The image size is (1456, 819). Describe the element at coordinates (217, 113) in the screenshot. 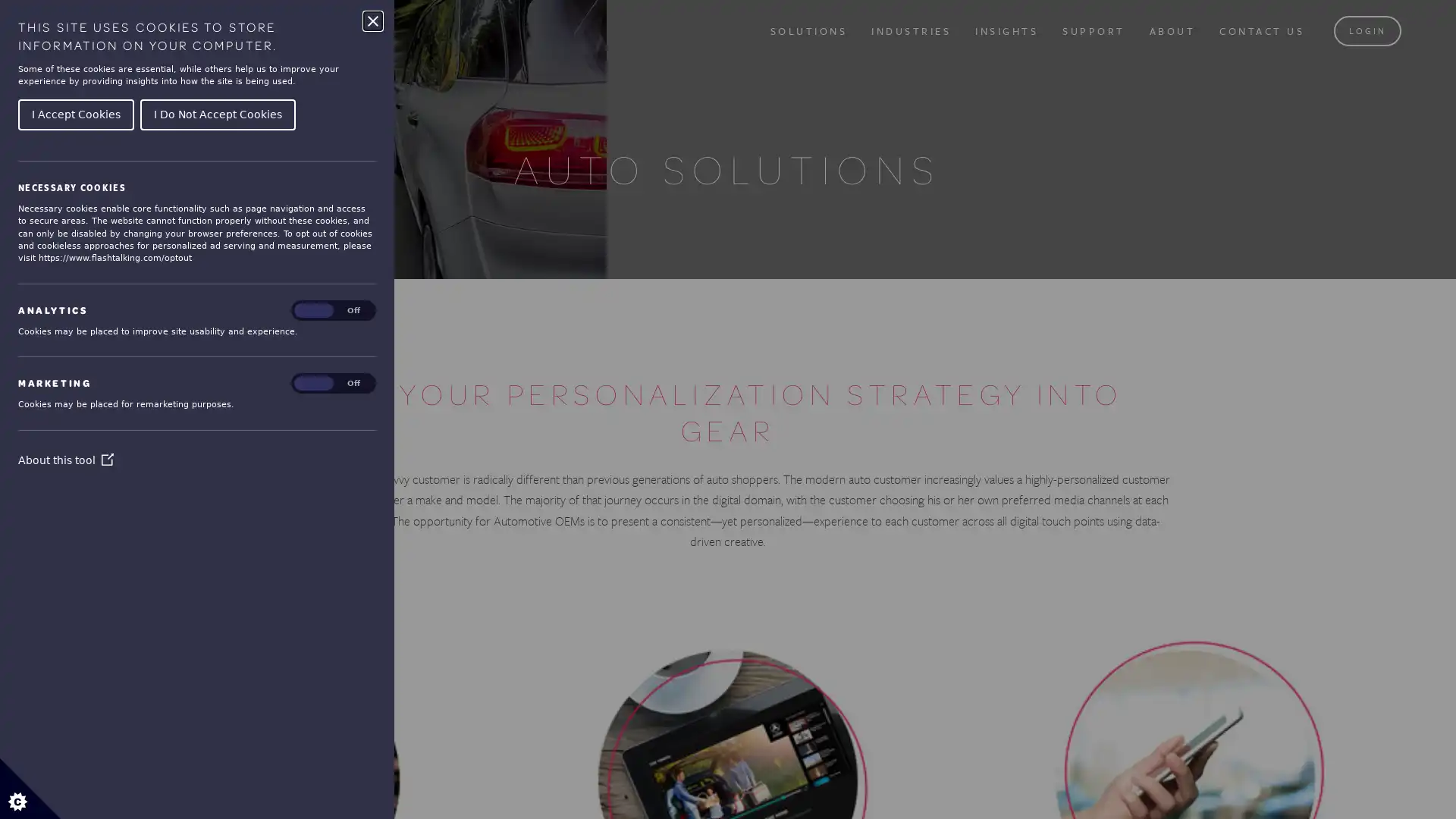

I see `I Do Not Accept Cookies` at that location.